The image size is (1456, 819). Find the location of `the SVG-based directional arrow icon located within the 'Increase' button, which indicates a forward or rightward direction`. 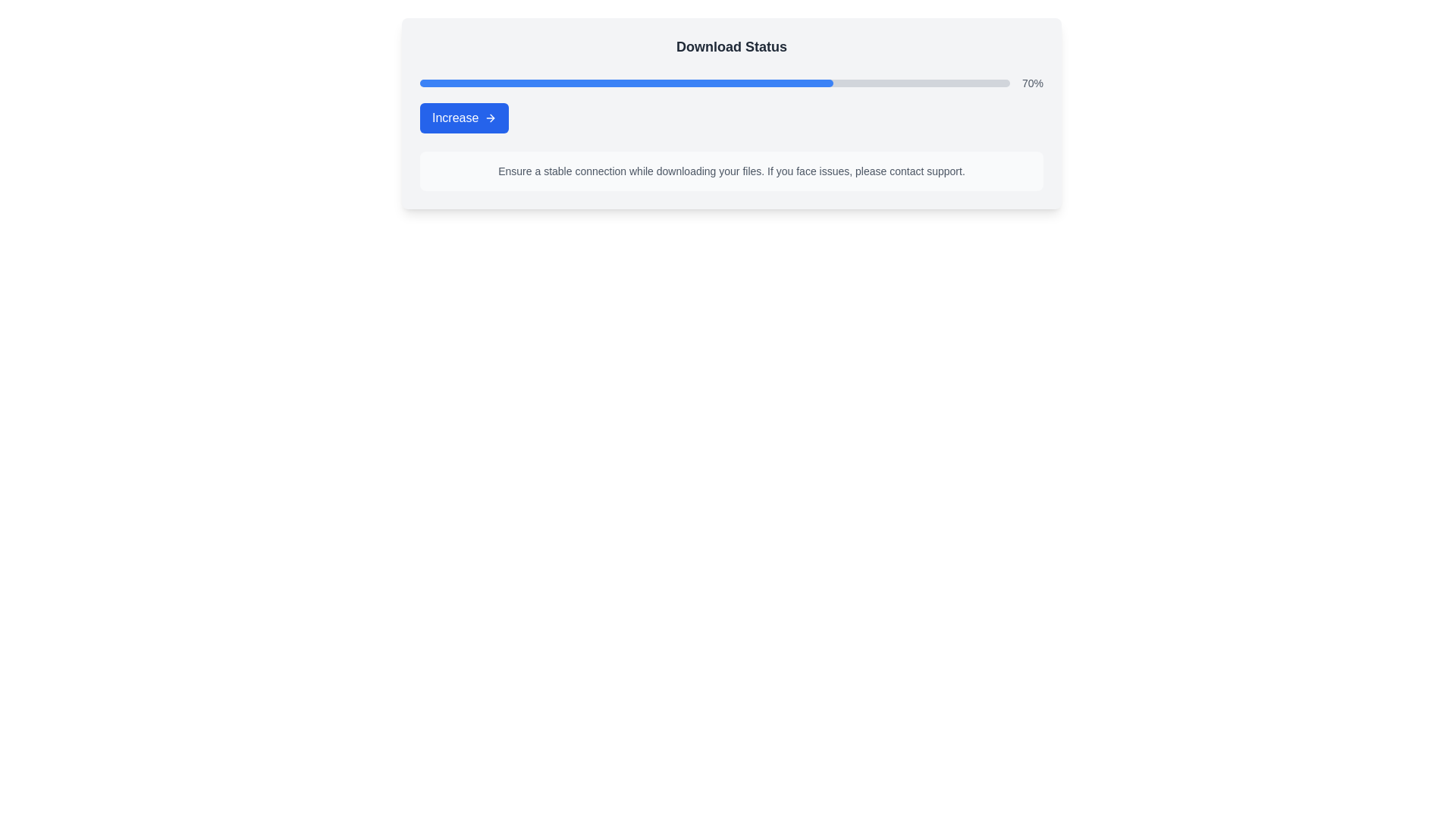

the SVG-based directional arrow icon located within the 'Increase' button, which indicates a forward or rightward direction is located at coordinates (491, 117).